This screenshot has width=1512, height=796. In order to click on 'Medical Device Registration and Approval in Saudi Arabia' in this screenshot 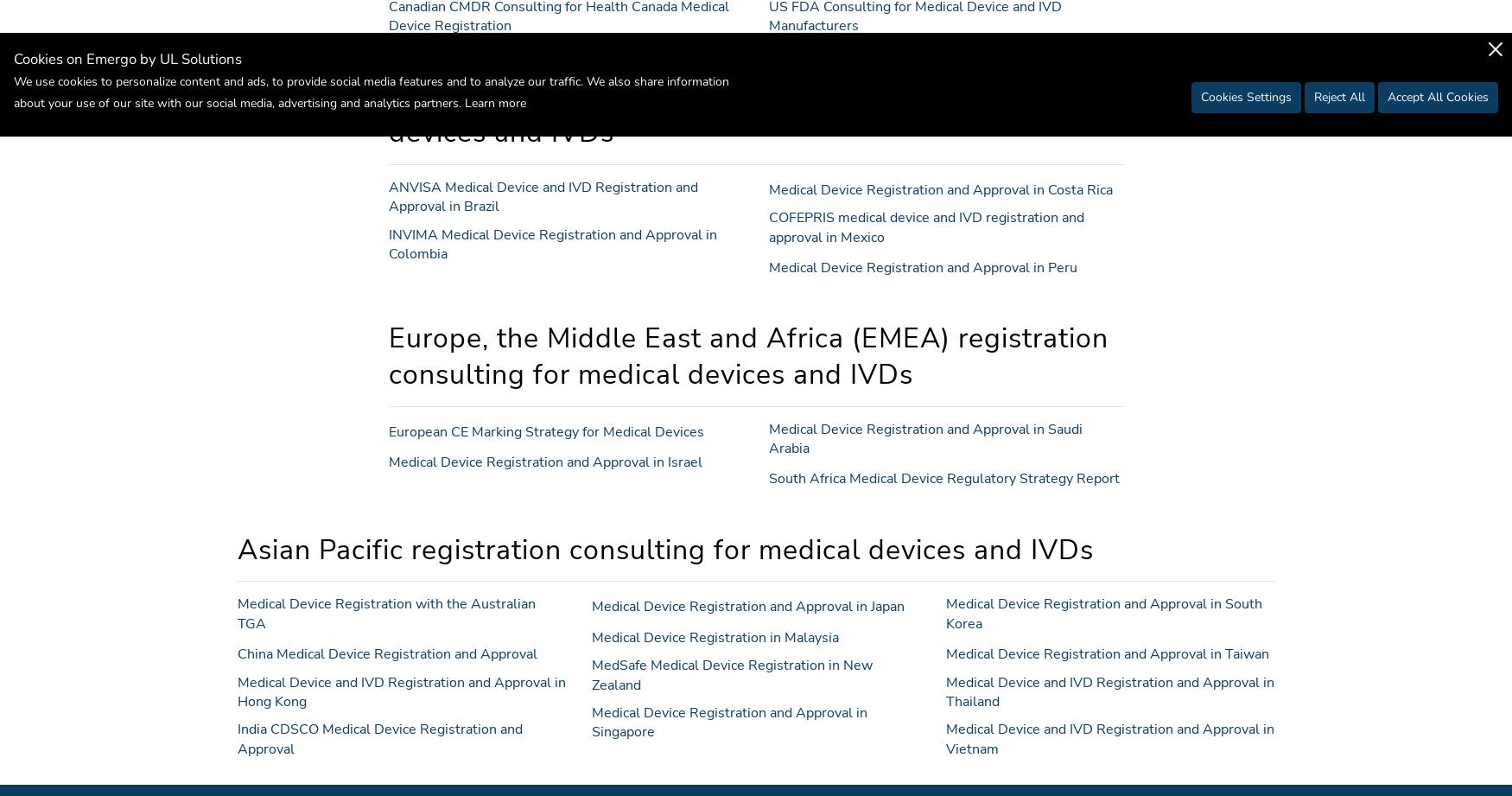, I will do `click(925, 437)`.